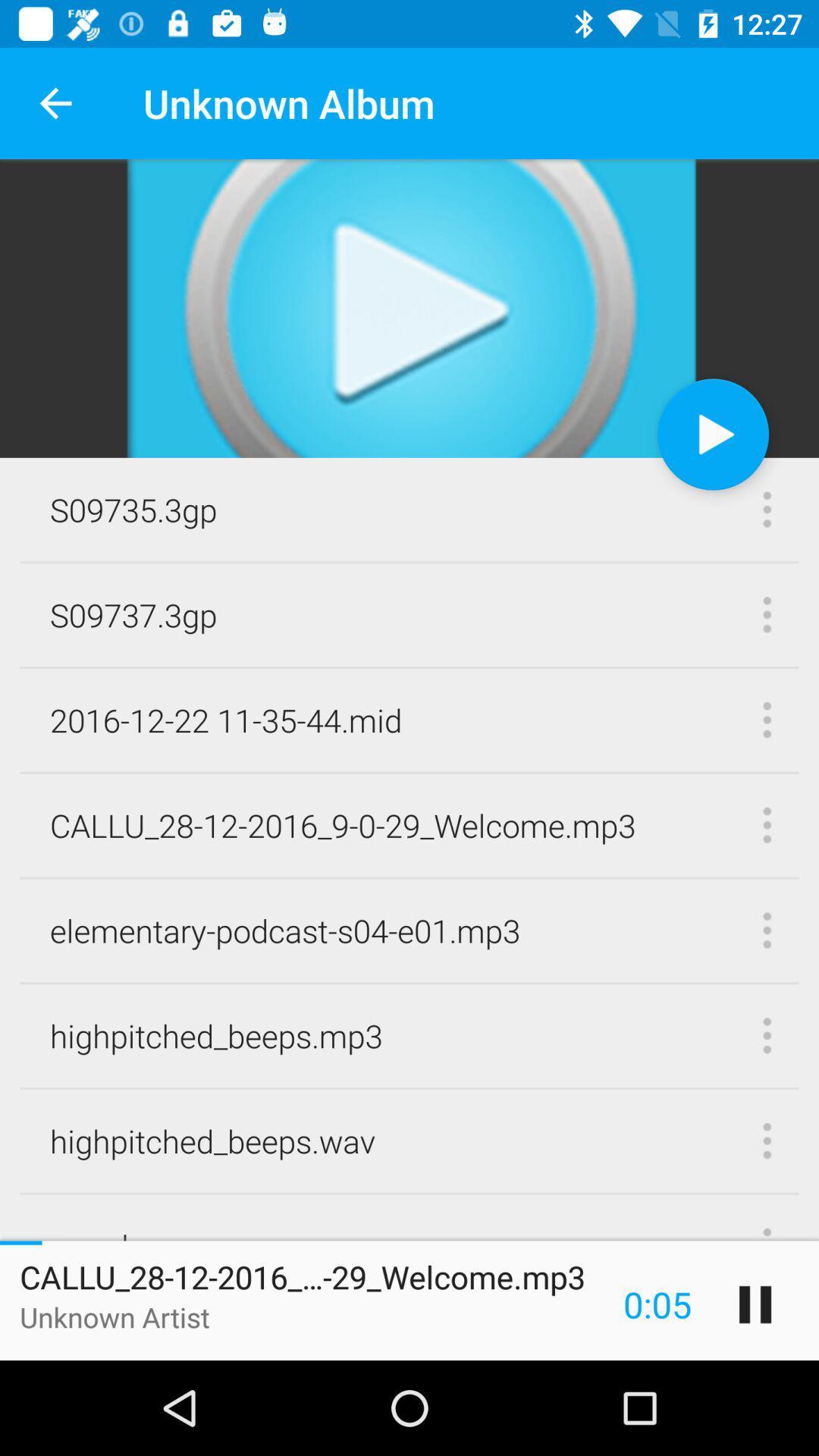 This screenshot has width=819, height=1456. I want to click on the play icon, so click(713, 433).